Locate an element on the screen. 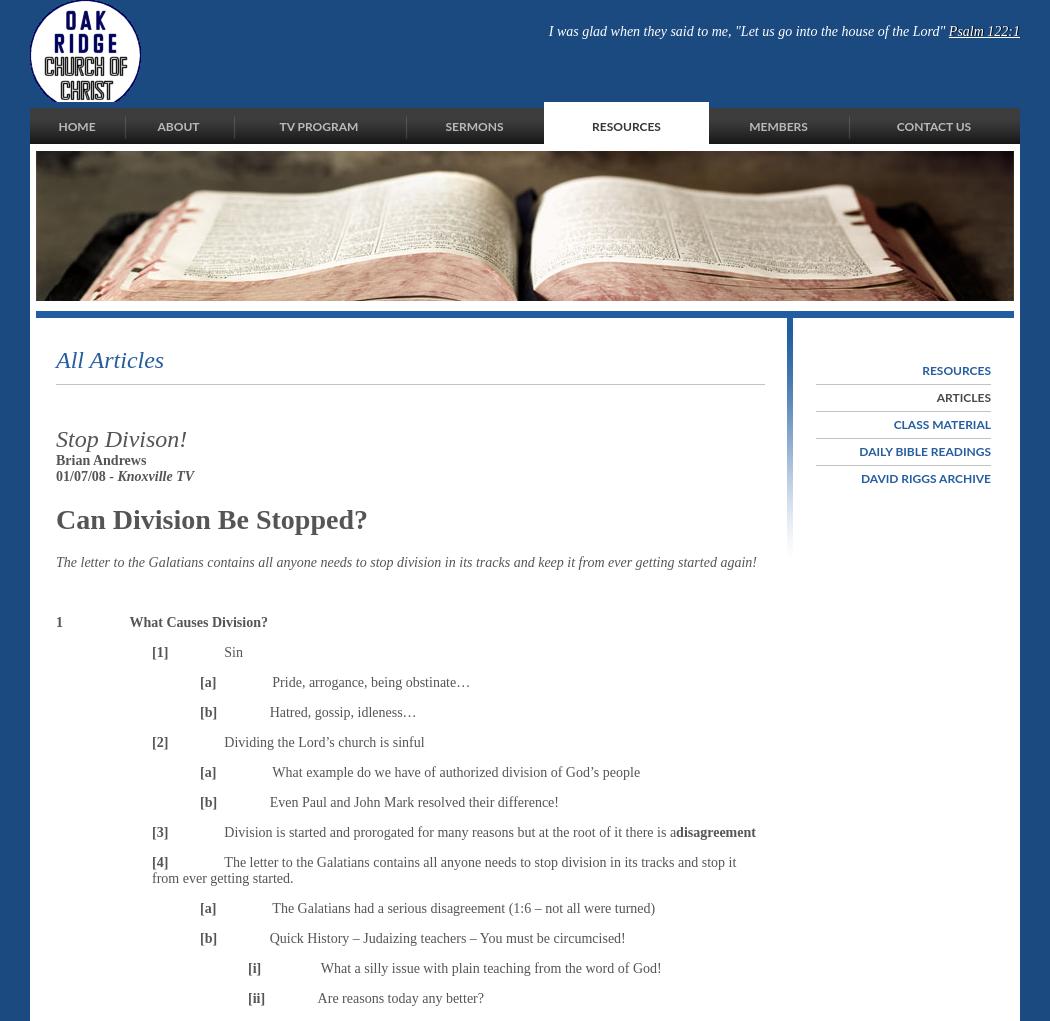  'Stop Divison!' is located at coordinates (120, 439).